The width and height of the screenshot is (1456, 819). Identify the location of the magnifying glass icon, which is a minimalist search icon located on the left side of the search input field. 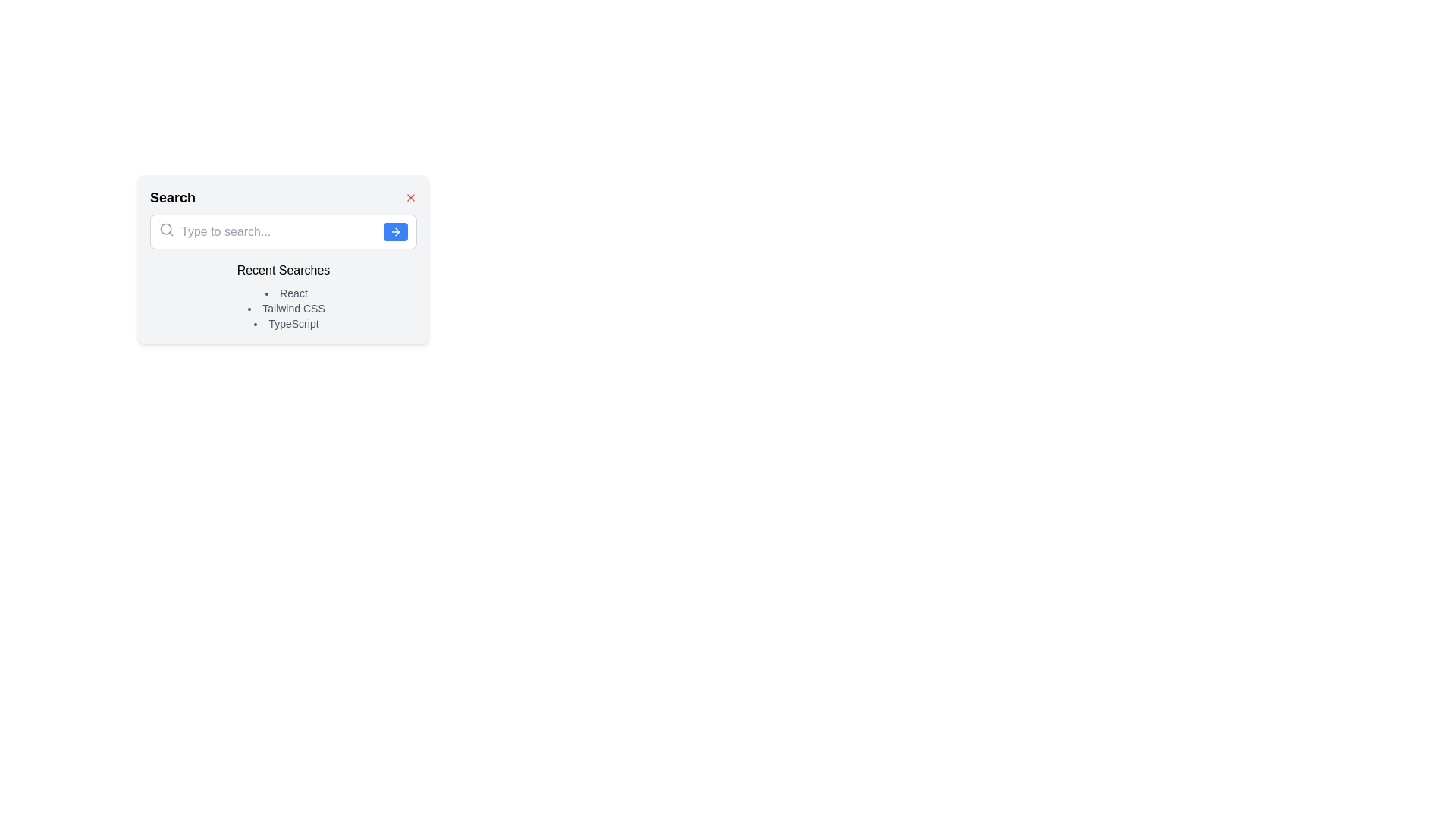
(167, 230).